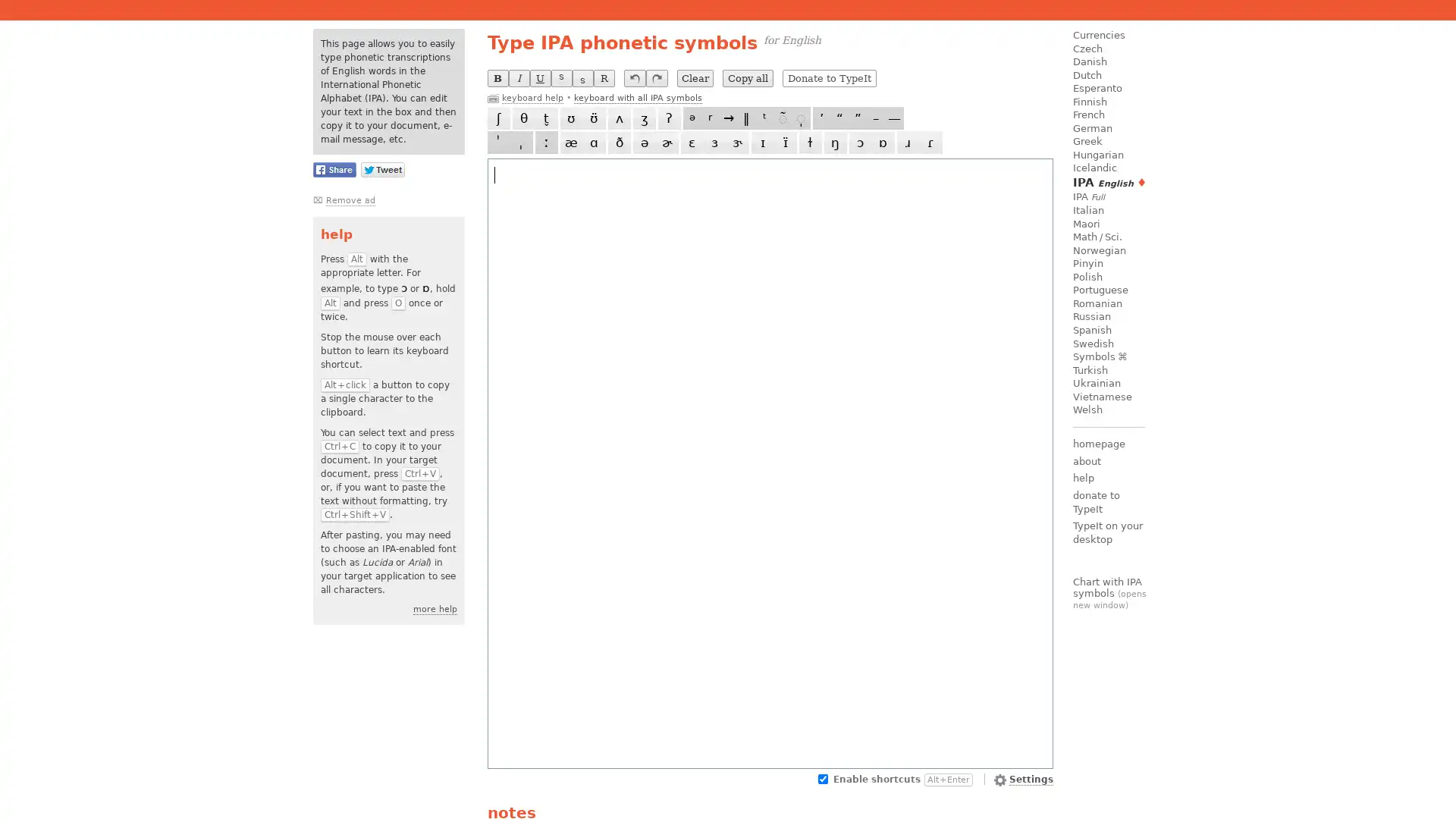 The width and height of the screenshot is (1456, 819). What do you see at coordinates (539, 78) in the screenshot?
I see `U` at bounding box center [539, 78].